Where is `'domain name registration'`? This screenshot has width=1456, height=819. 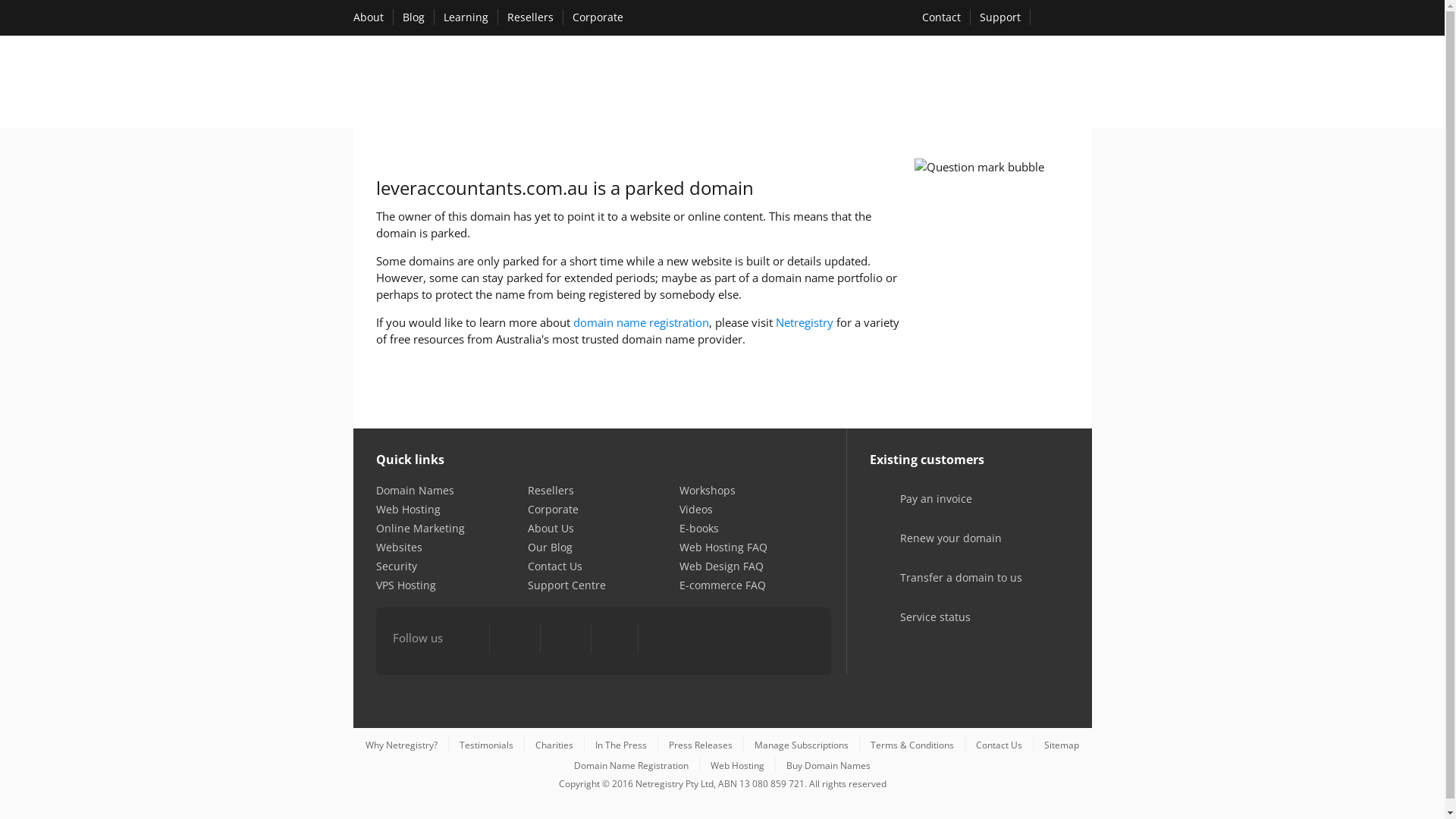
'domain name registration' is located at coordinates (641, 321).